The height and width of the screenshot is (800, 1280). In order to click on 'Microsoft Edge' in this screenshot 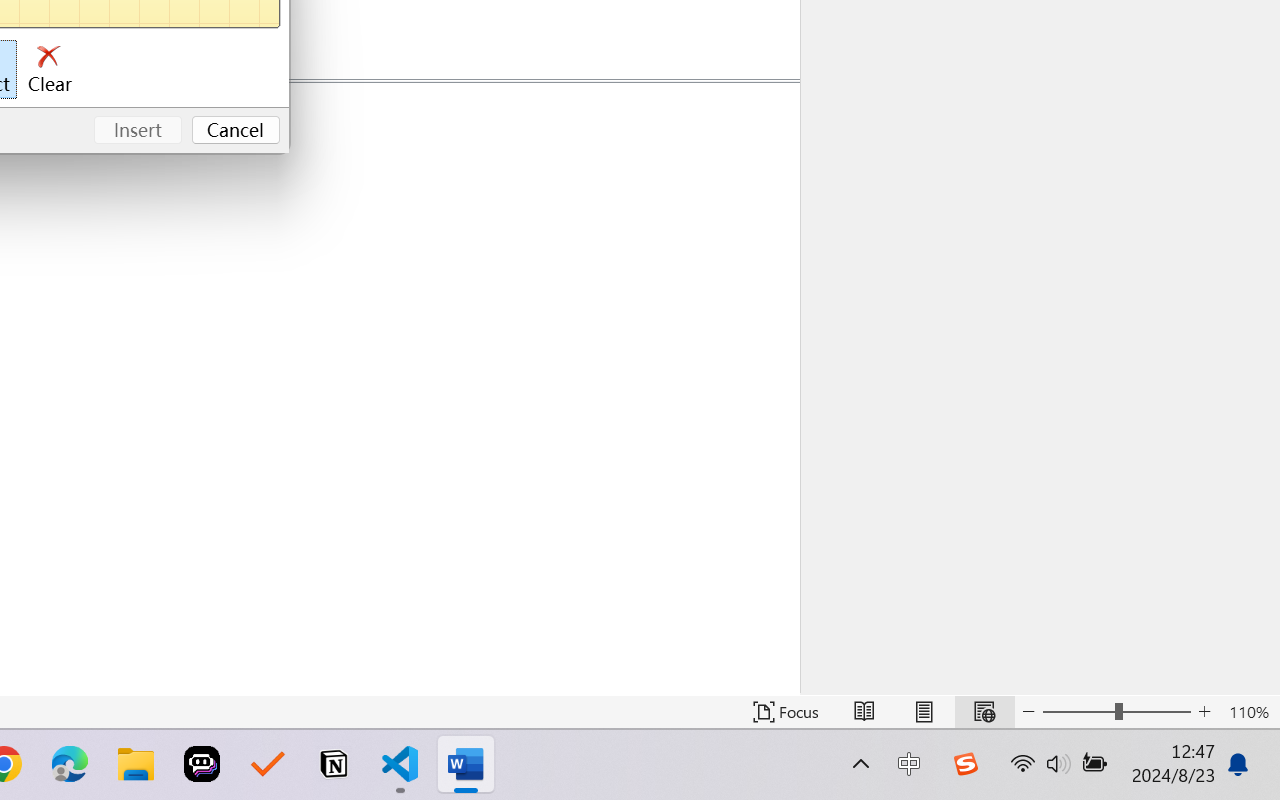, I will do `click(69, 764)`.